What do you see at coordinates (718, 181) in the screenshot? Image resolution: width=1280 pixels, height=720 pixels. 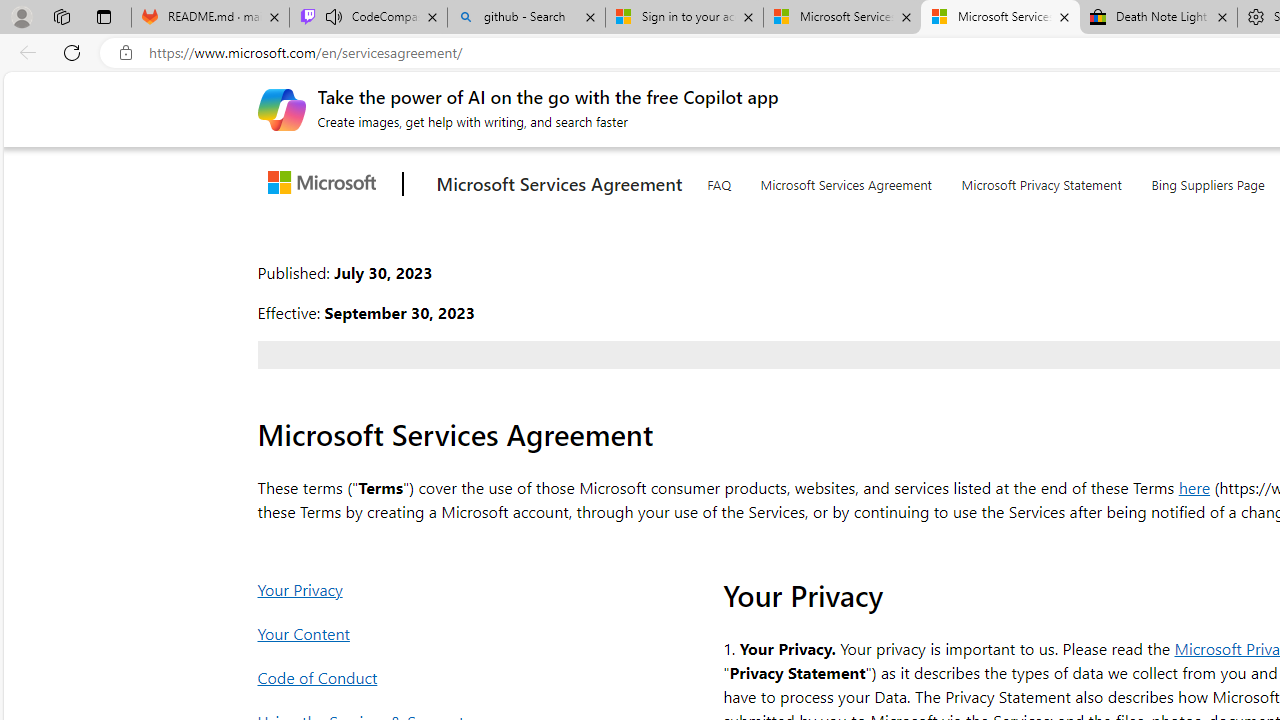 I see `'FAQ'` at bounding box center [718, 181].